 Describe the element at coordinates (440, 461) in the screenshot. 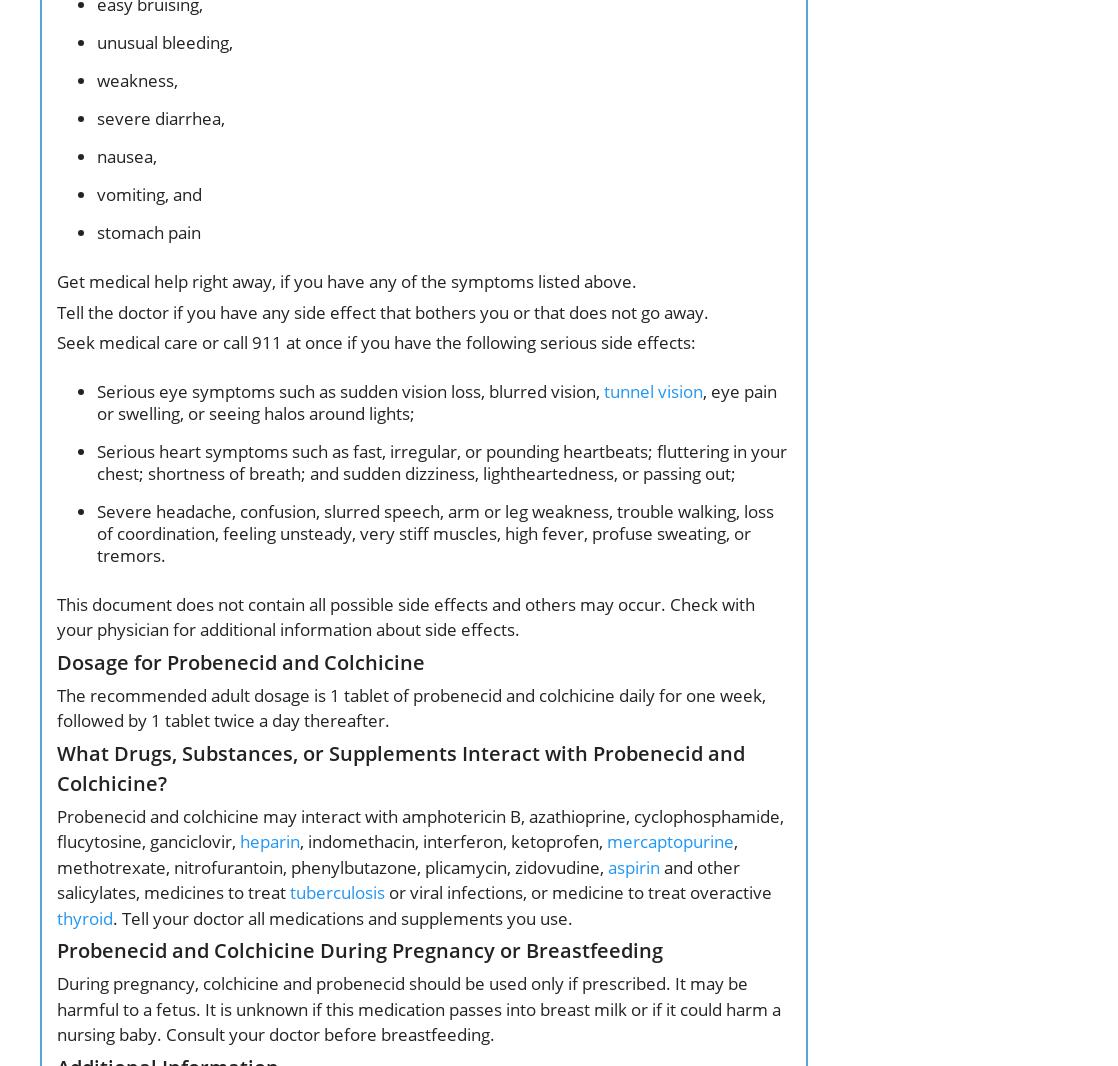

I see `'Serious heart symptoms such as fast, irregular, or pounding heartbeats; fluttering in your chest; shortness of breath; and sudden dizziness, lightheartedness, or passing out;'` at that location.